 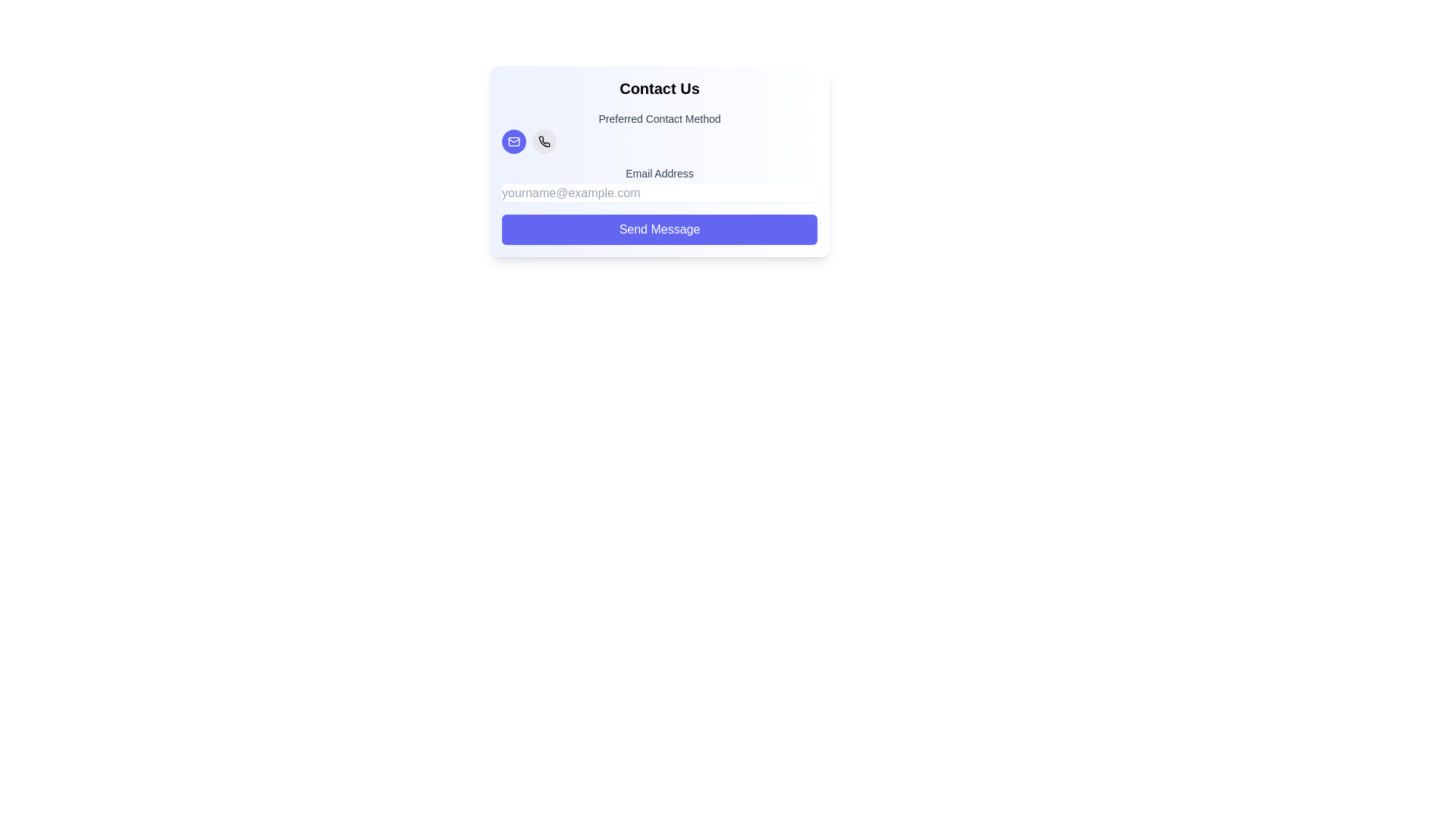 What do you see at coordinates (513, 141) in the screenshot?
I see `the leftmost icon in the contact method selection interface` at bounding box center [513, 141].